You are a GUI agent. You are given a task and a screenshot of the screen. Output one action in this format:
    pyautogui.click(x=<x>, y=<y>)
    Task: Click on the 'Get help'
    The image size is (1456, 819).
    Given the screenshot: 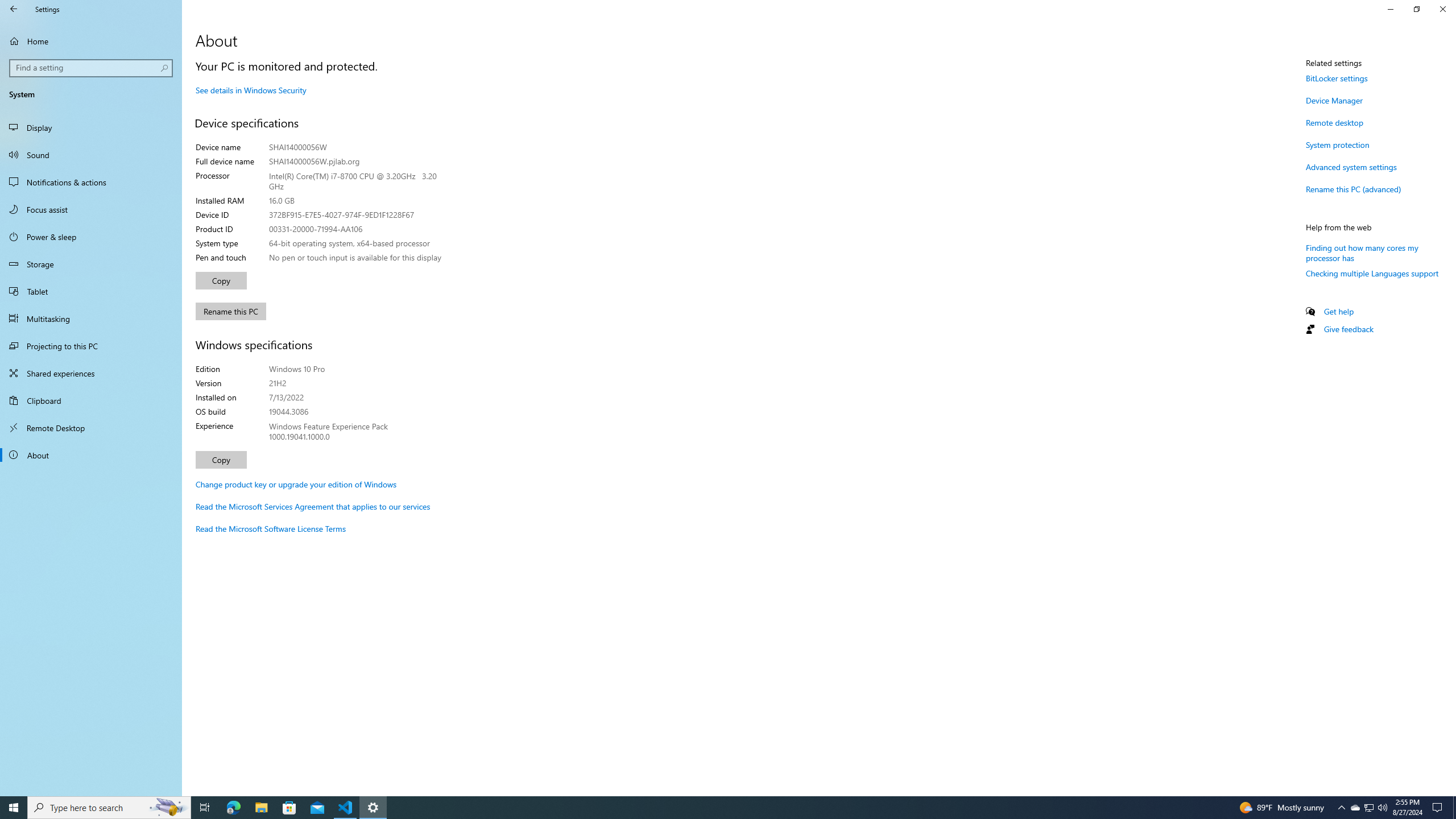 What is the action you would take?
    pyautogui.click(x=1338, y=311)
    